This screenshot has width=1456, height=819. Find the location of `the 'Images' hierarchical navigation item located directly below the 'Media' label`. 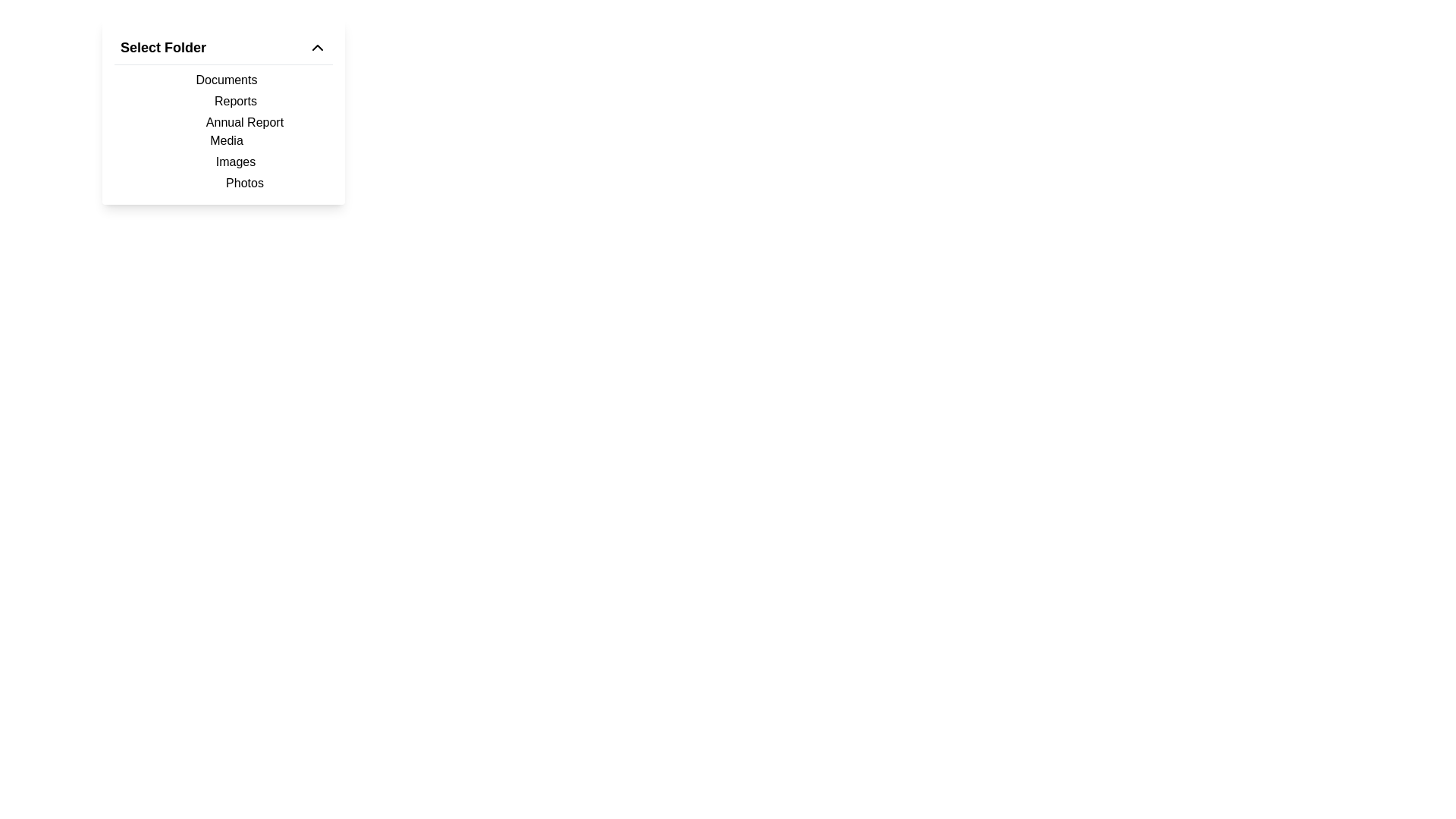

the 'Images' hierarchical navigation item located directly below the 'Media' label is located at coordinates (225, 171).